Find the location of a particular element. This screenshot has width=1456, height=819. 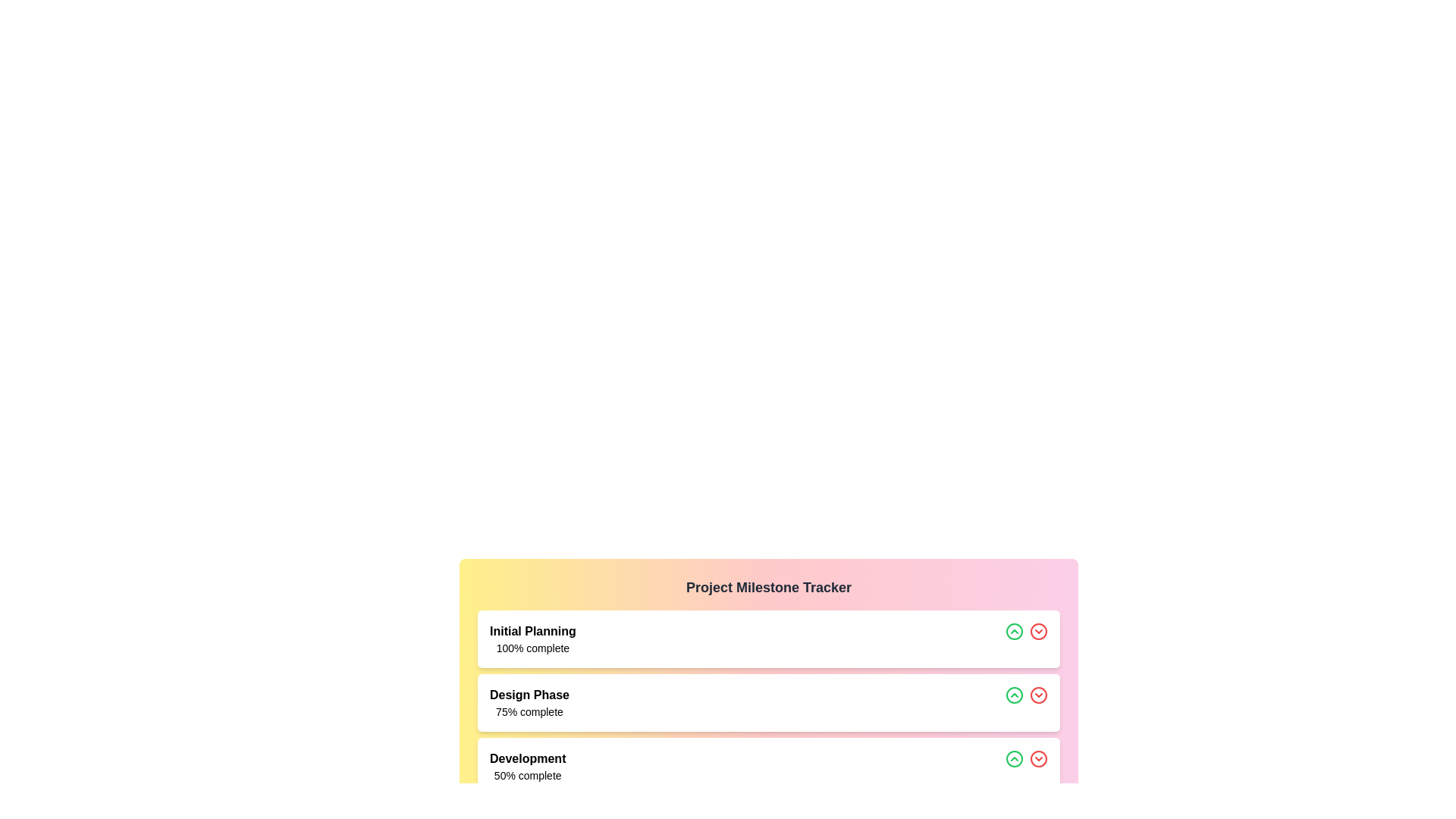

the text label displaying '50% complete', which is a progress descriptor located under the 'Development' heading in the milestone tracker interface is located at coordinates (528, 775).